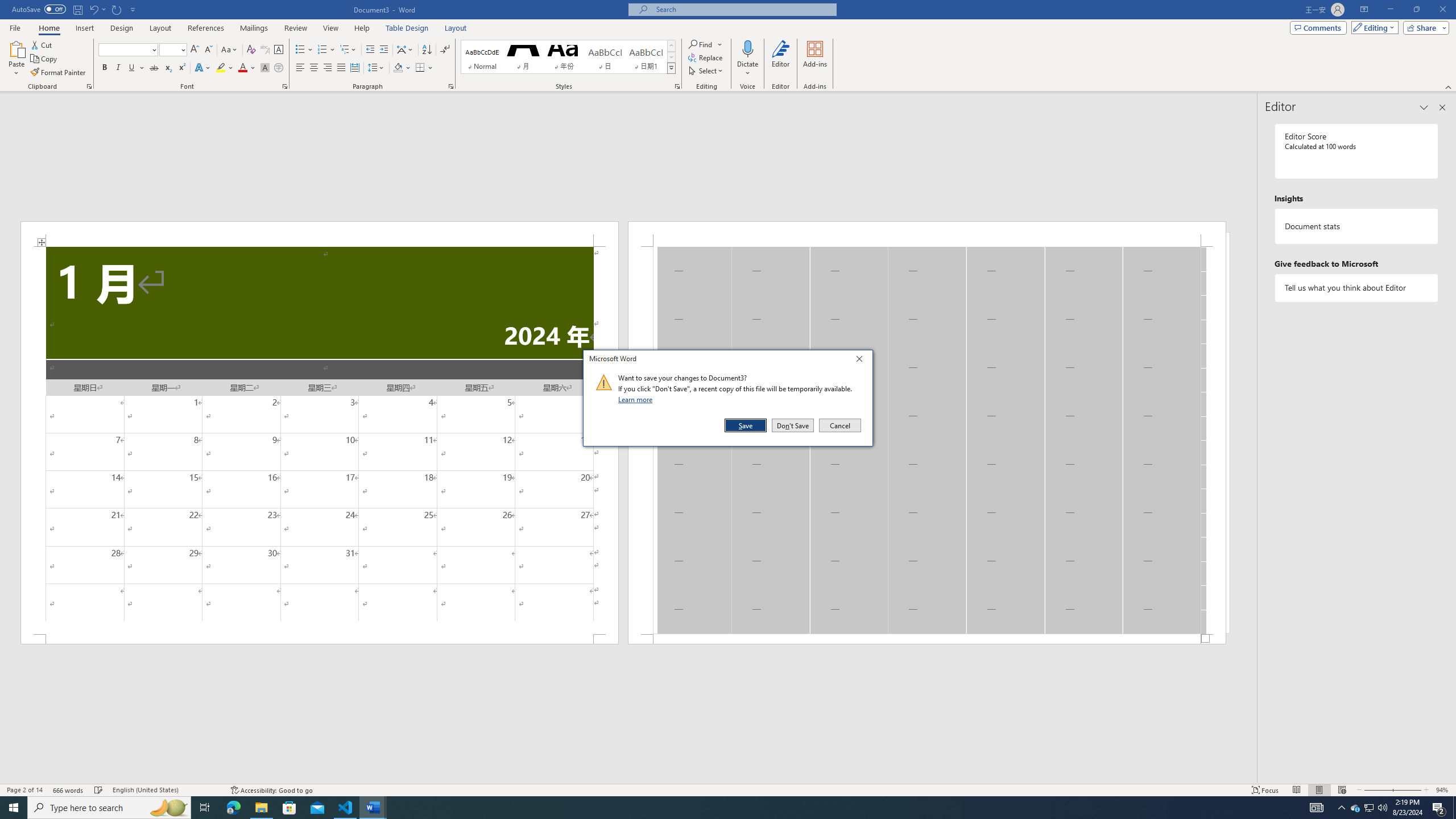  What do you see at coordinates (402, 67) in the screenshot?
I see `'Shading'` at bounding box center [402, 67].